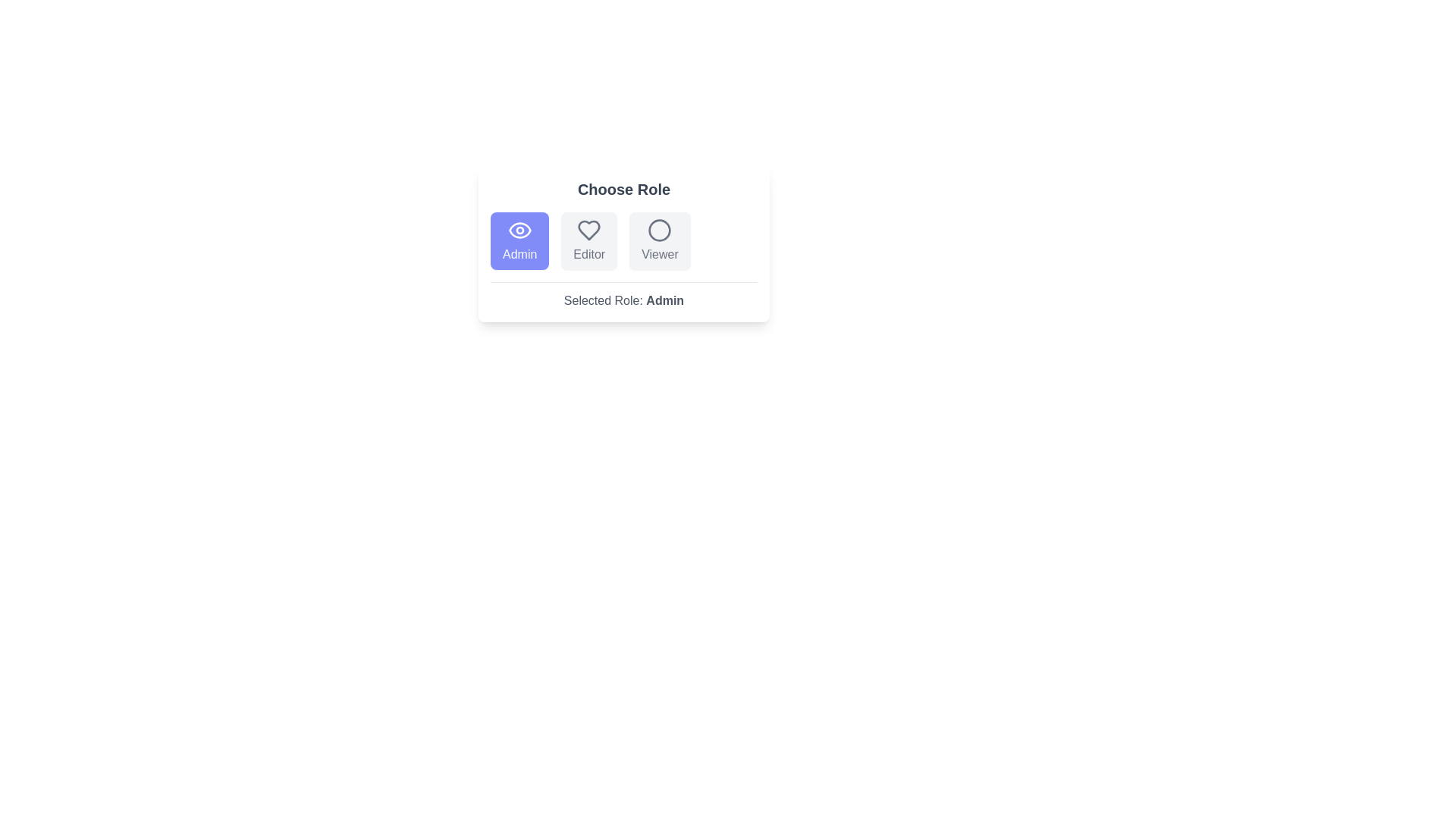  What do you see at coordinates (660, 240) in the screenshot?
I see `the 'Viewer' button` at bounding box center [660, 240].